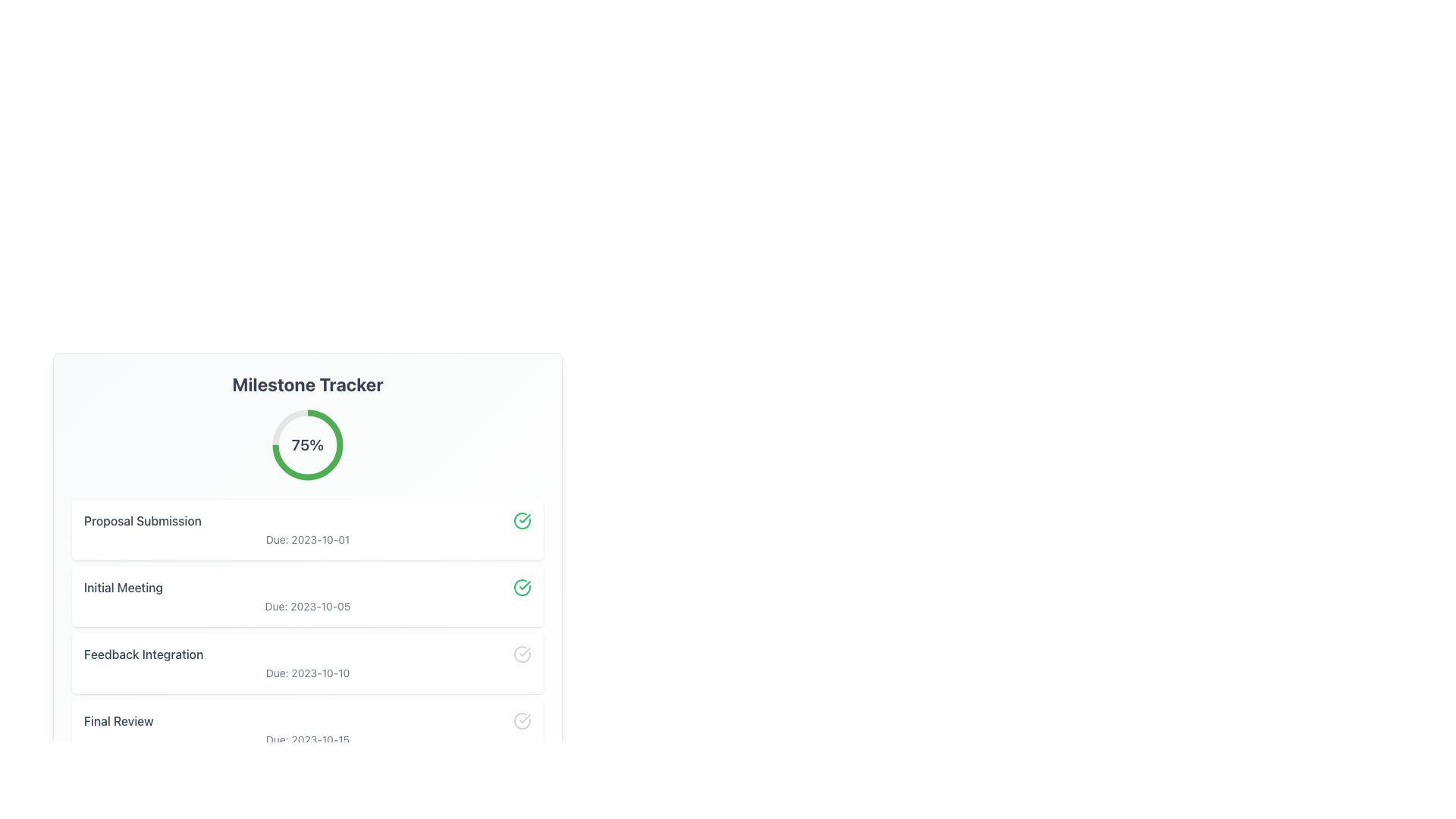 The height and width of the screenshot is (819, 1456). Describe the element at coordinates (307, 444) in the screenshot. I see `the percentage displayed inside the Circular Progress Indicator showing '75%' located below the 'Milestone Tracker' heading` at that location.